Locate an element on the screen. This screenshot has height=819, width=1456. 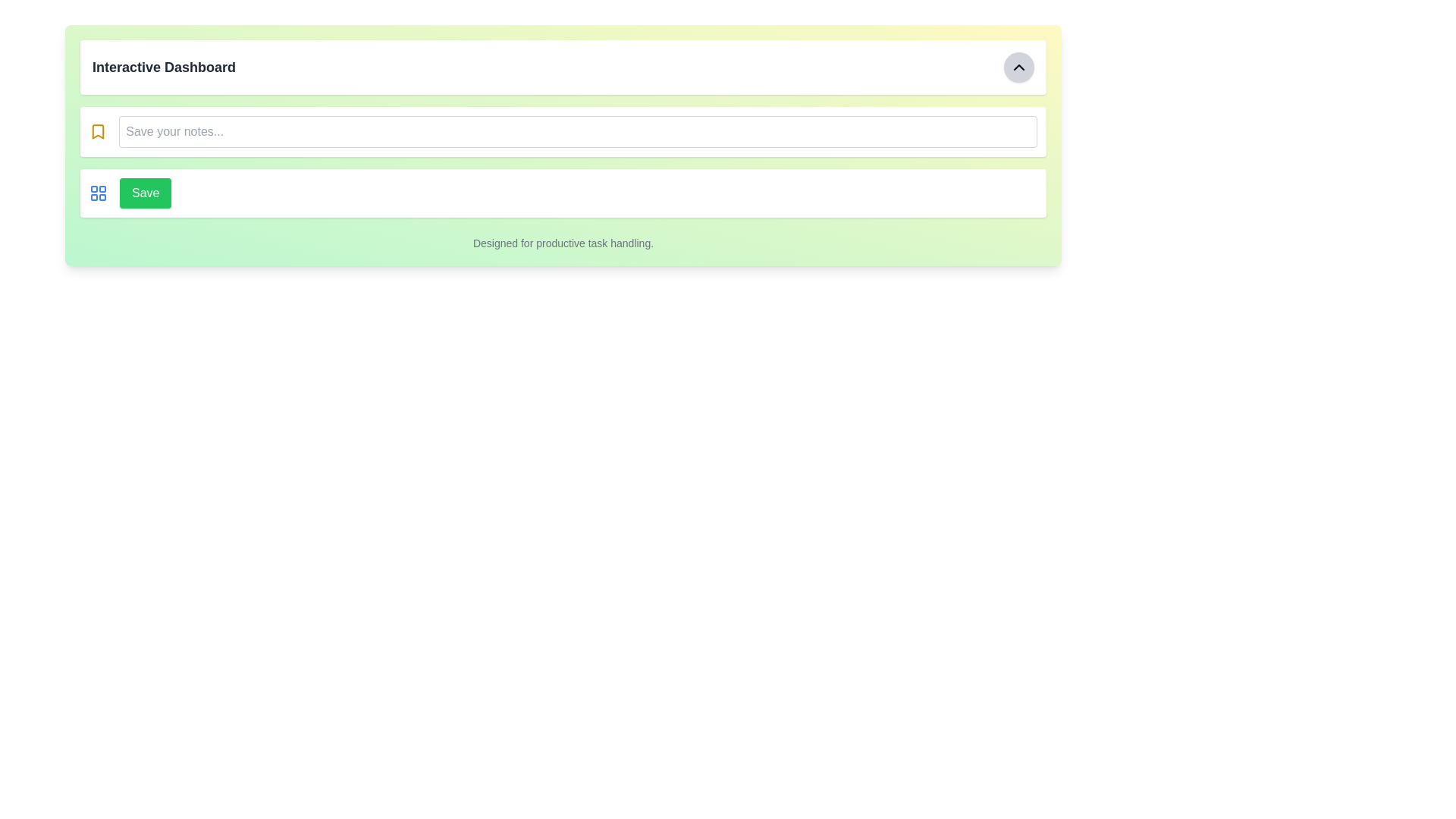
the toggle button in the top-right corner of the 'Interactive Dashboard' is located at coordinates (1019, 66).